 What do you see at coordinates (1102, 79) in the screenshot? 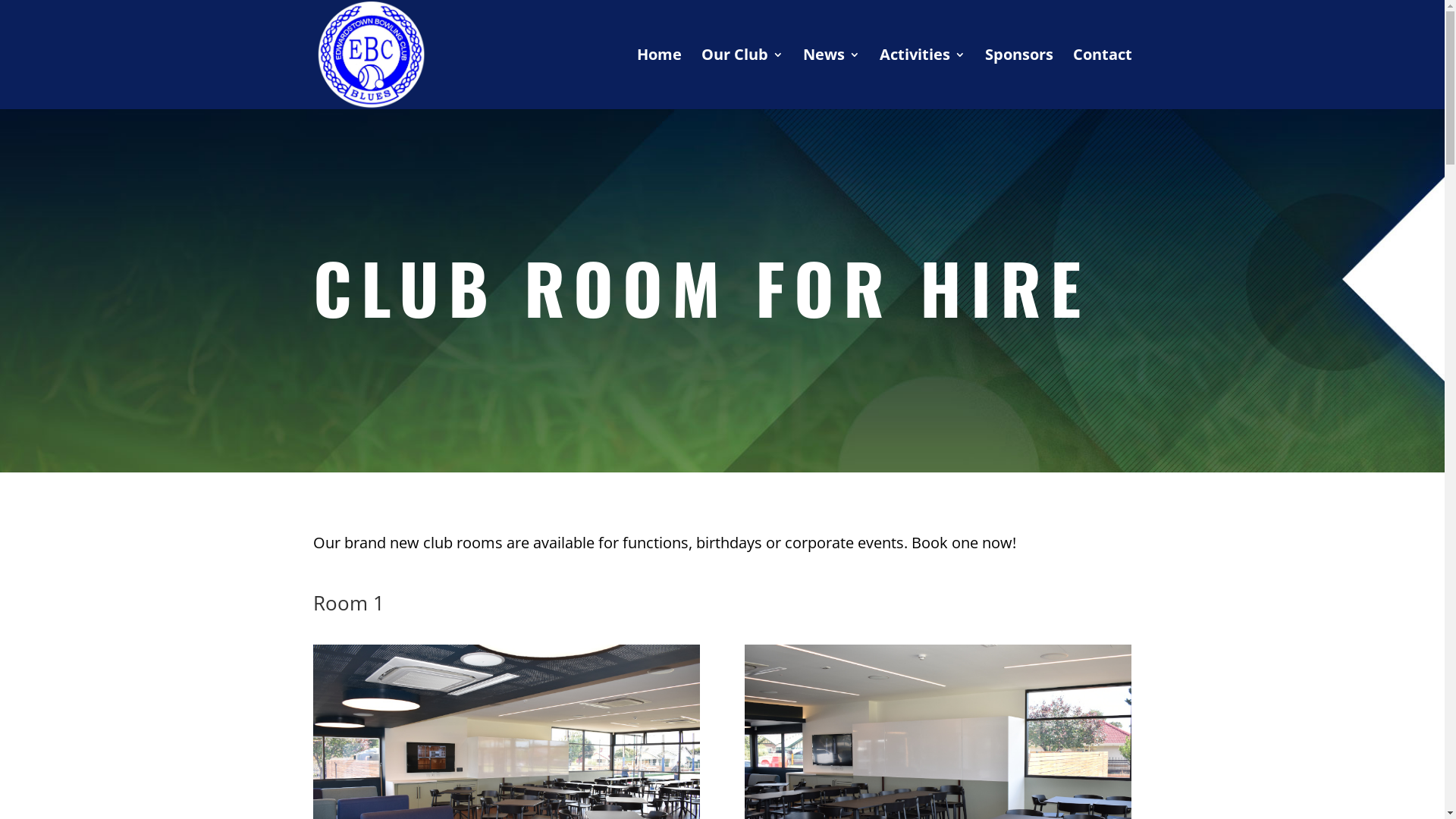
I see `'Contact'` at bounding box center [1102, 79].